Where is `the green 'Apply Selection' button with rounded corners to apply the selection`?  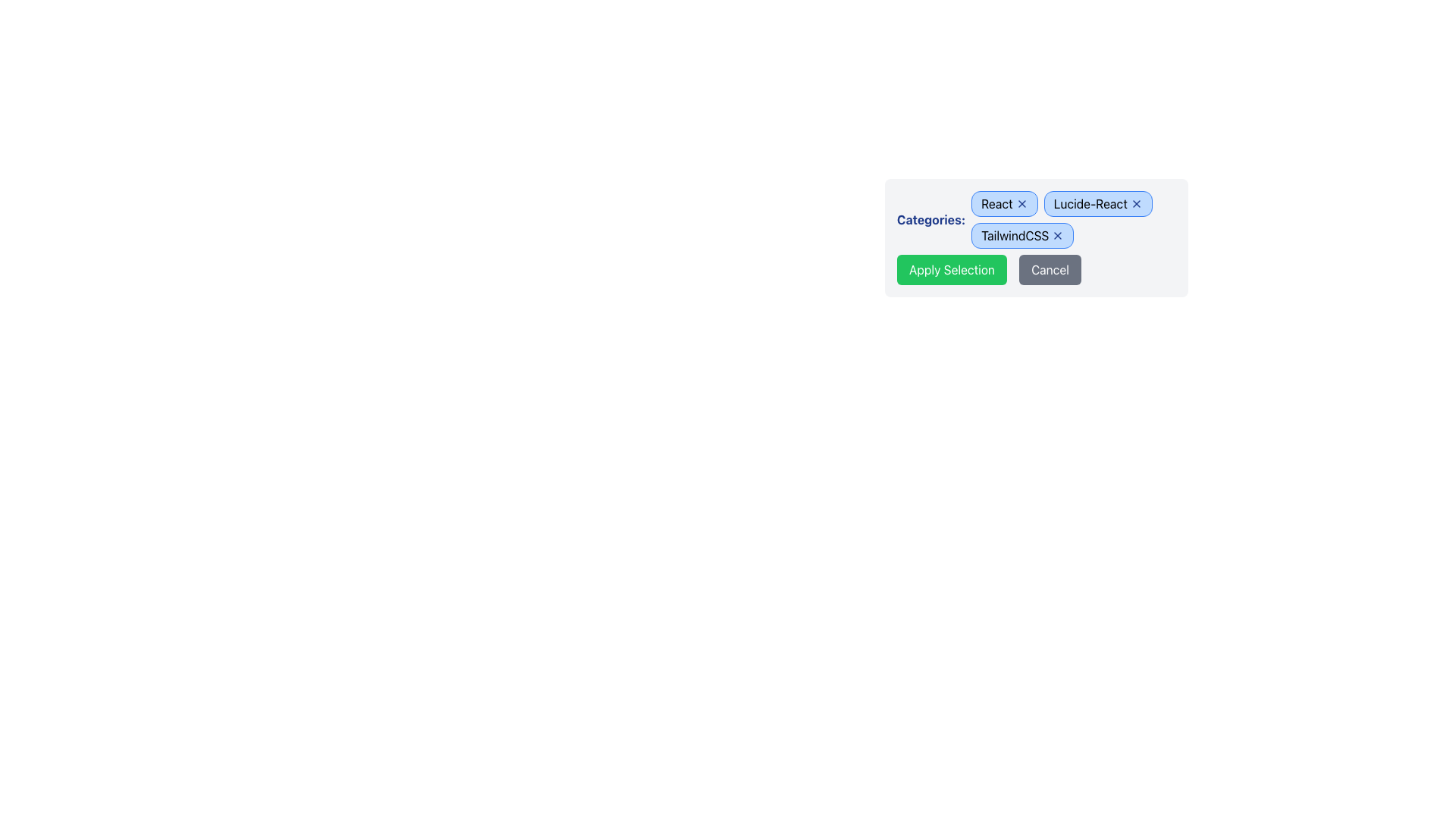
the green 'Apply Selection' button with rounded corners to apply the selection is located at coordinates (951, 268).